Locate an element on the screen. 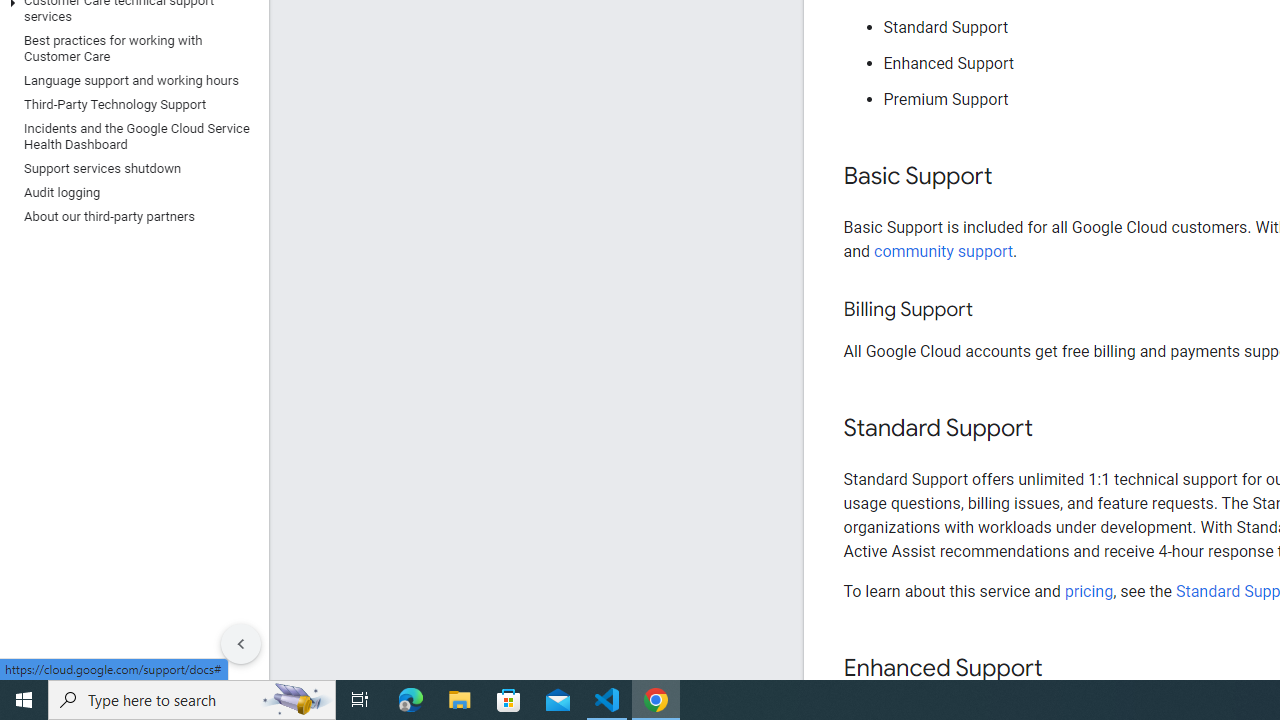 Image resolution: width=1280 pixels, height=720 pixels. 'Language support and working hours' is located at coordinates (129, 80).